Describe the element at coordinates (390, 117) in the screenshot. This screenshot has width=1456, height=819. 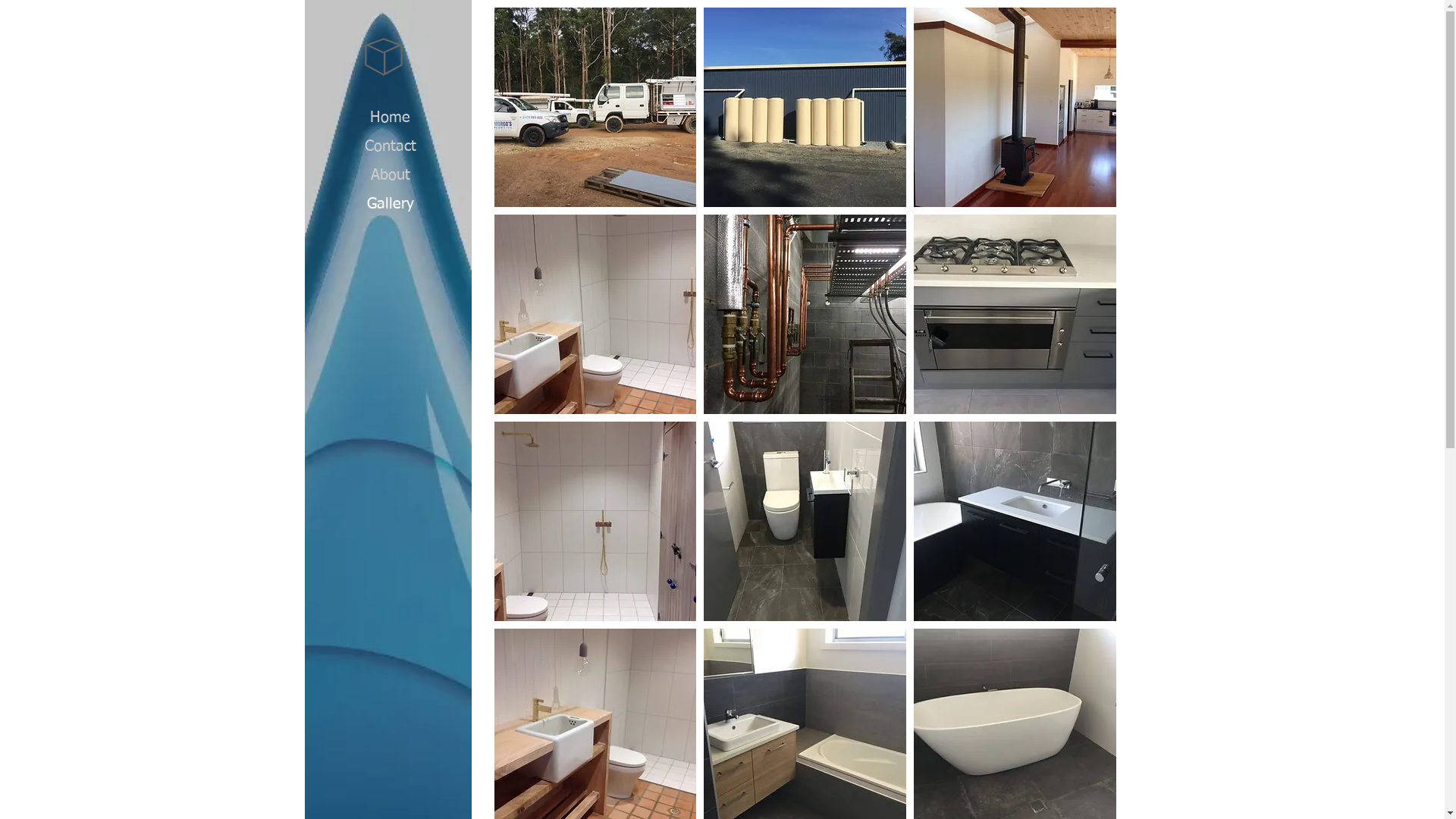
I see `'Home'` at that location.